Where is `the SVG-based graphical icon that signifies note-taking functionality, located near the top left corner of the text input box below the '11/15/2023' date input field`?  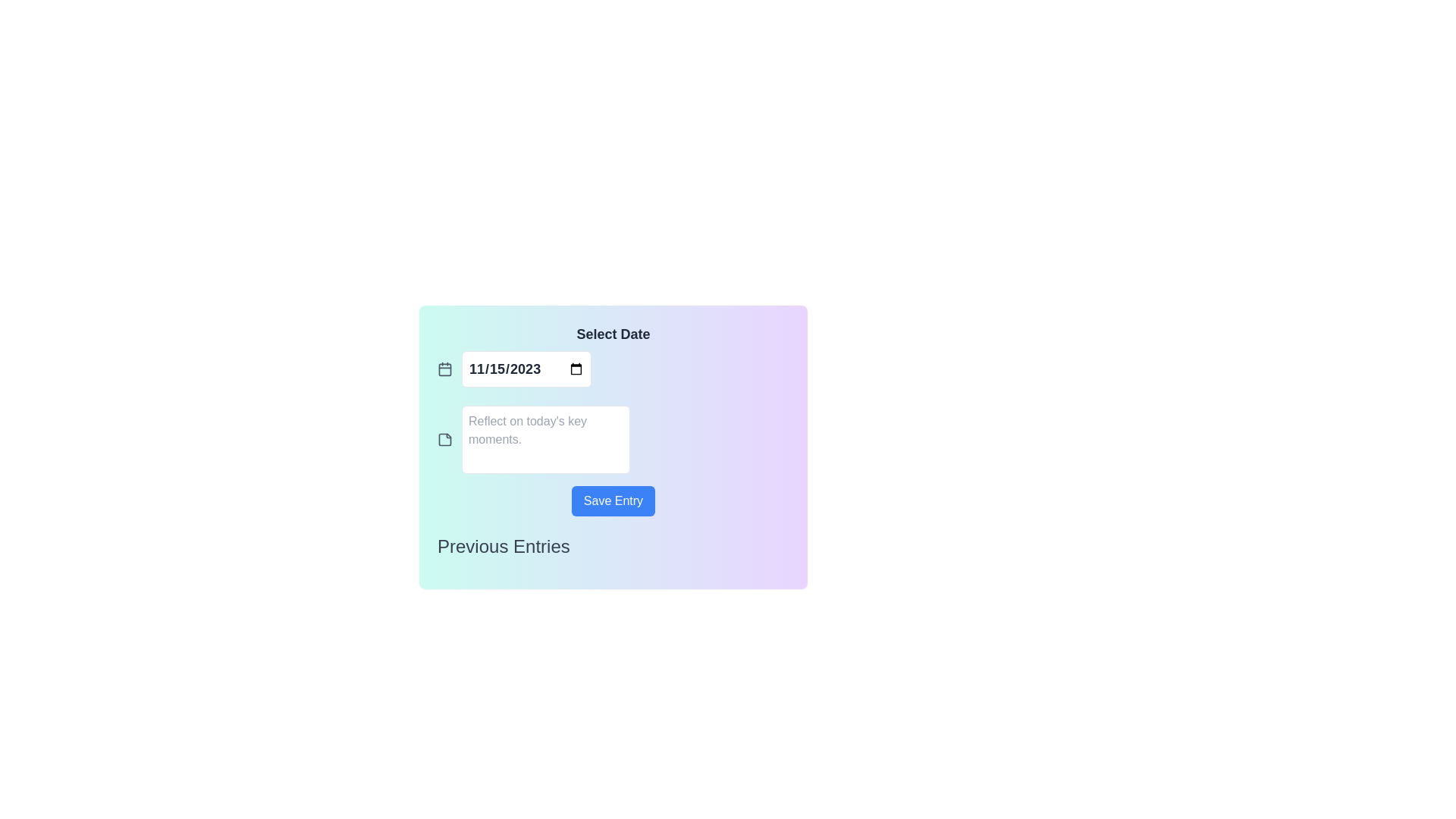 the SVG-based graphical icon that signifies note-taking functionality, located near the top left corner of the text input box below the '11/15/2023' date input field is located at coordinates (444, 439).